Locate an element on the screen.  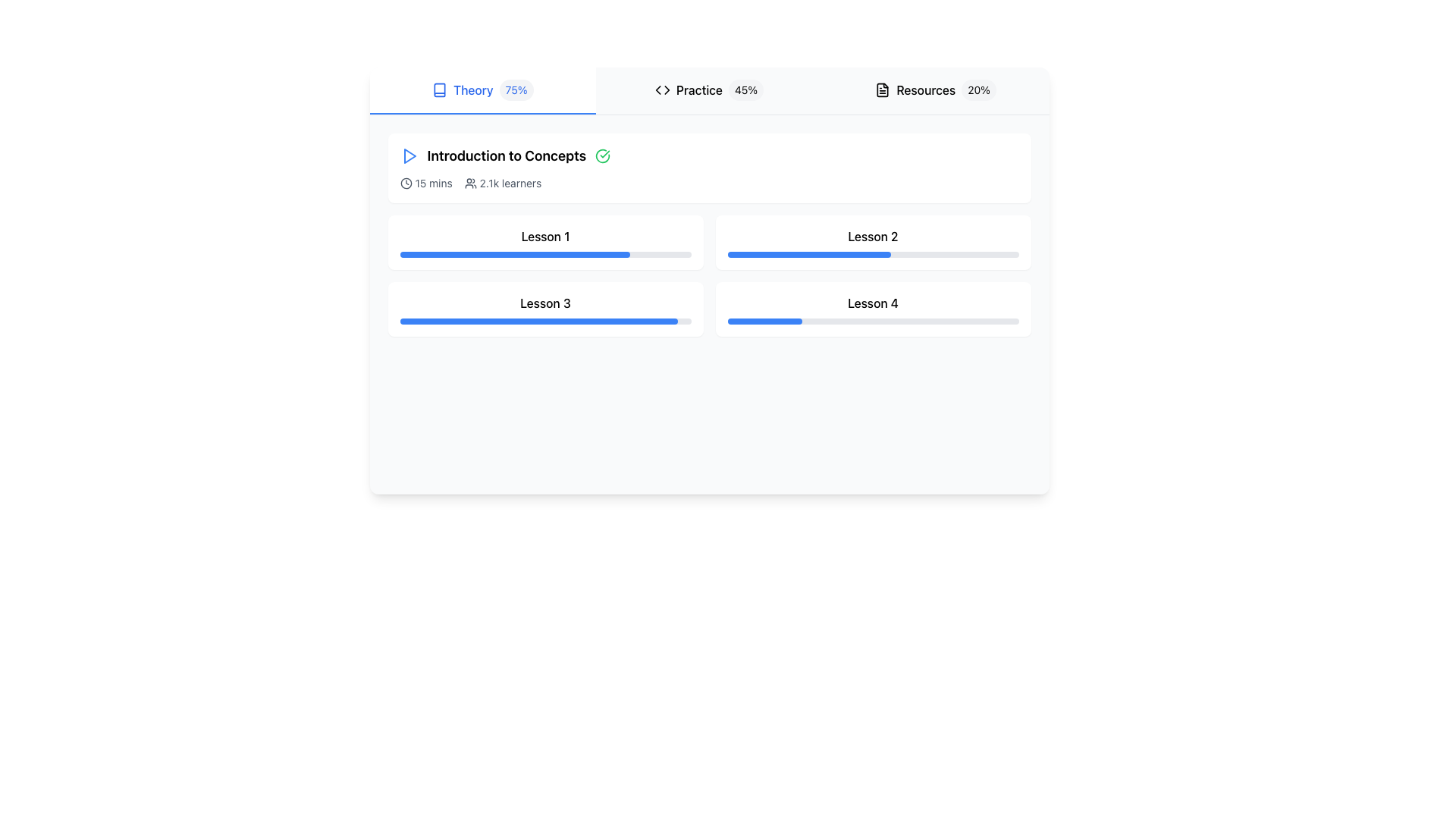
the 'Resources' tab with document icon and '20%' badge is located at coordinates (934, 90).